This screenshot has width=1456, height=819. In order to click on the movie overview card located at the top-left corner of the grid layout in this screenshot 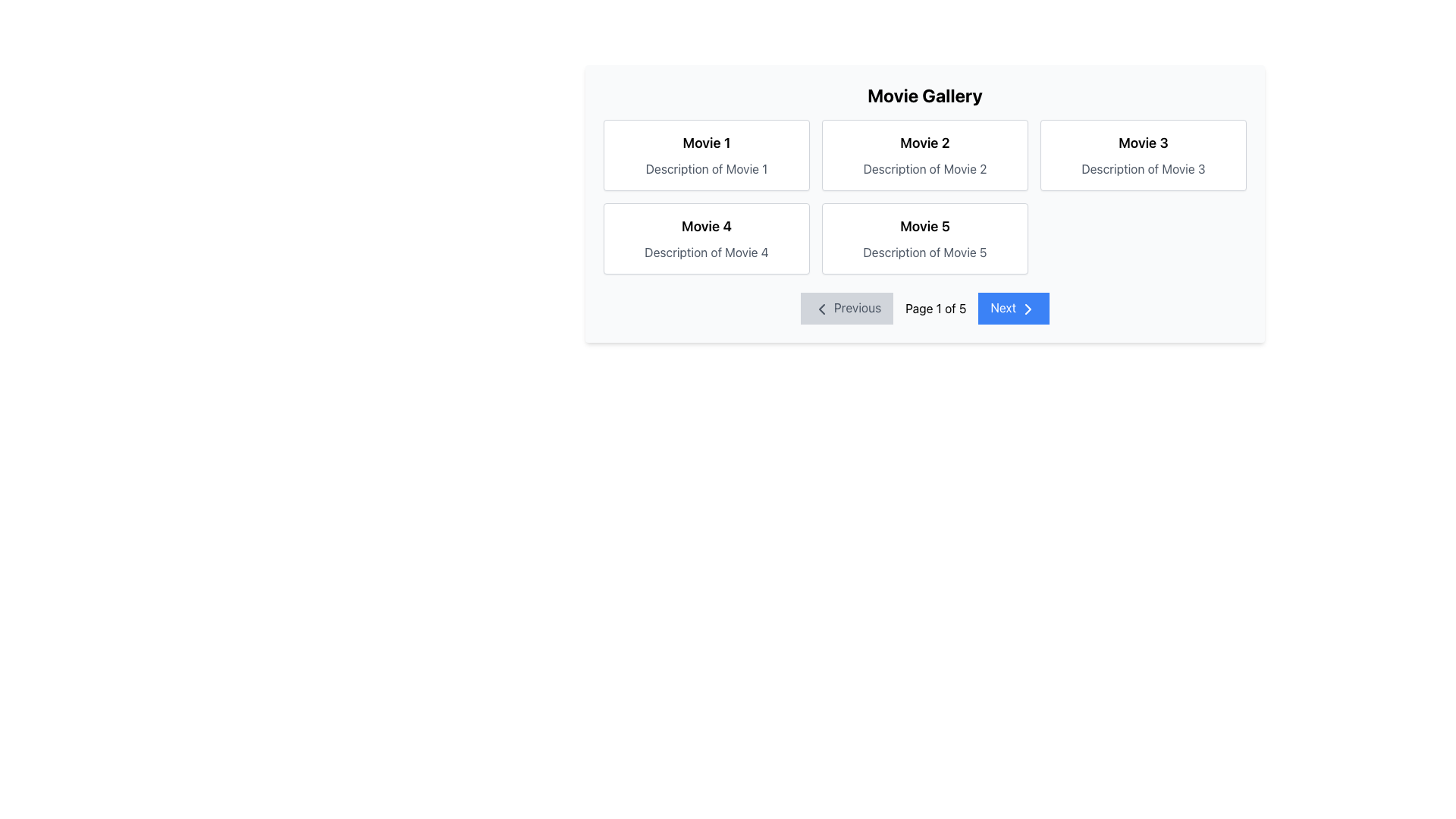, I will do `click(705, 155)`.